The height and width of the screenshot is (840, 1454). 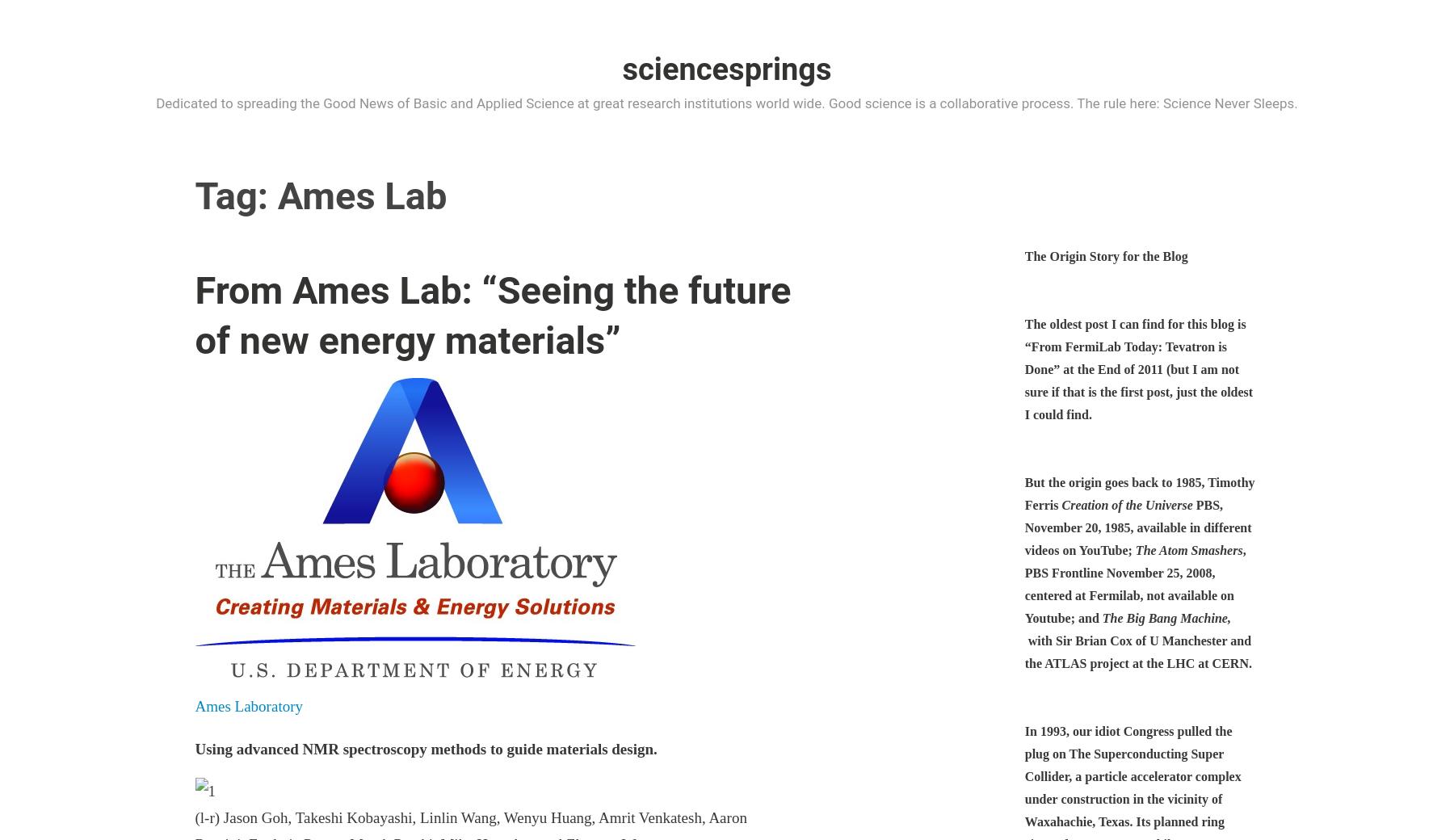 What do you see at coordinates (1023, 254) in the screenshot?
I see `'The Origin Story for the Blog'` at bounding box center [1023, 254].